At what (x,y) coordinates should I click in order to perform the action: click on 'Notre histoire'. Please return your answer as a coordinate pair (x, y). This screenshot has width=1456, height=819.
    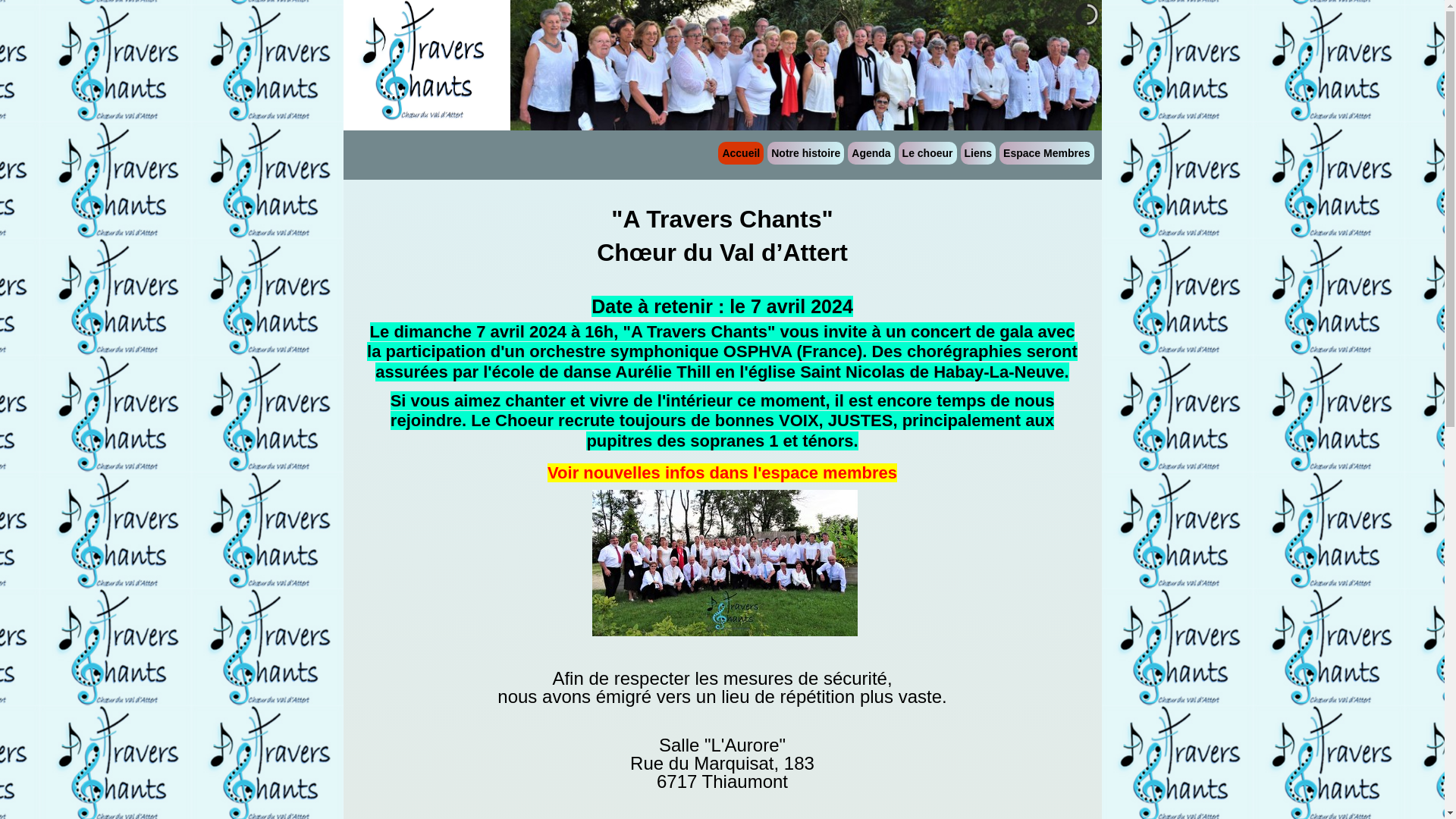
    Looking at the image, I should click on (805, 152).